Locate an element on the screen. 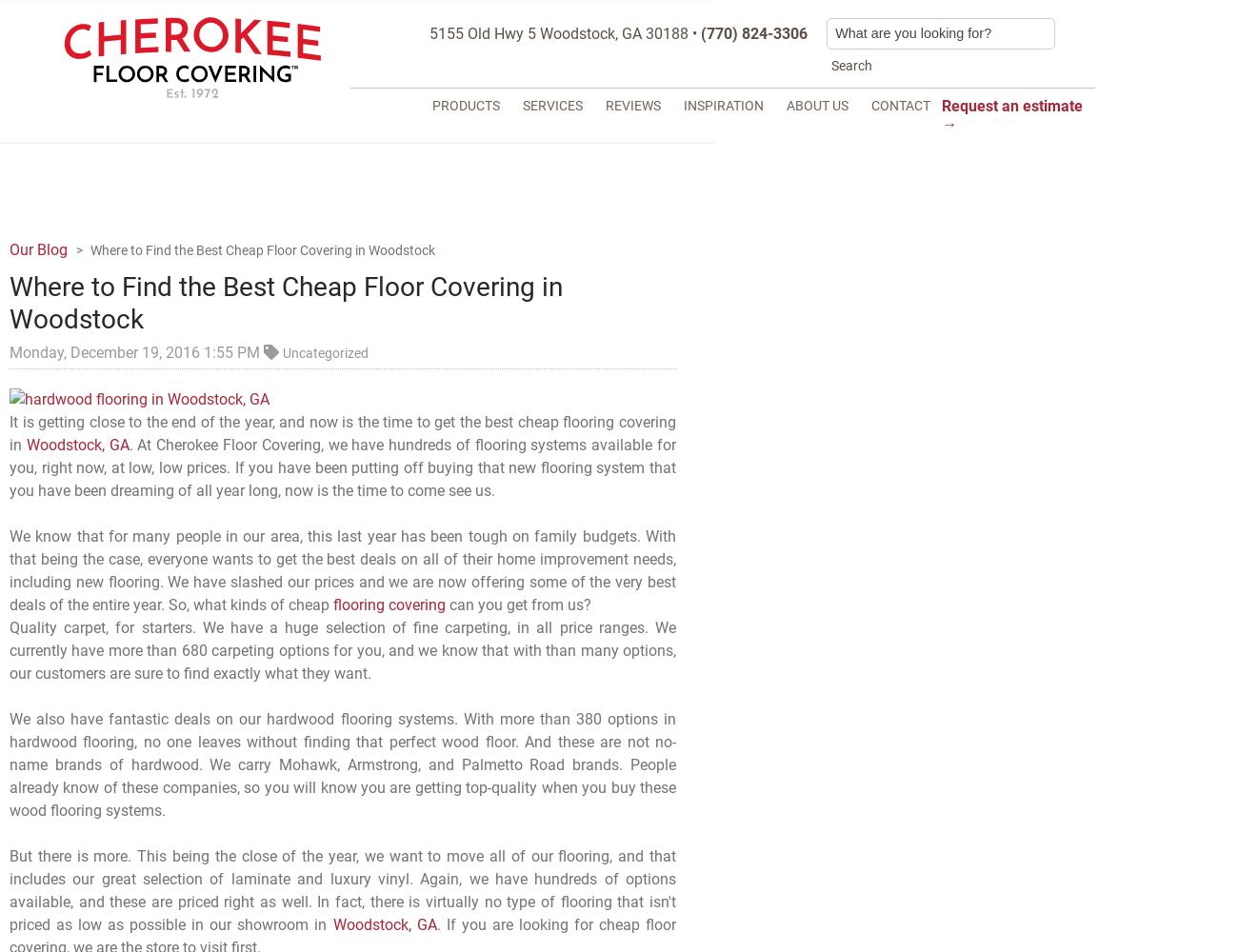  'We also have fantastic deals on our hardwood flooring systems. With more than 380 options in hardwood flooring, no one leaves without finding that perfect wood floor. And these are not no-name brands of hardwood. We carry Mohawk, Armstrong, and Palmetto Road brands. People already know of these companies, so you will know you are getting top-quality when you buy these wood flooring systems.' is located at coordinates (341, 764).